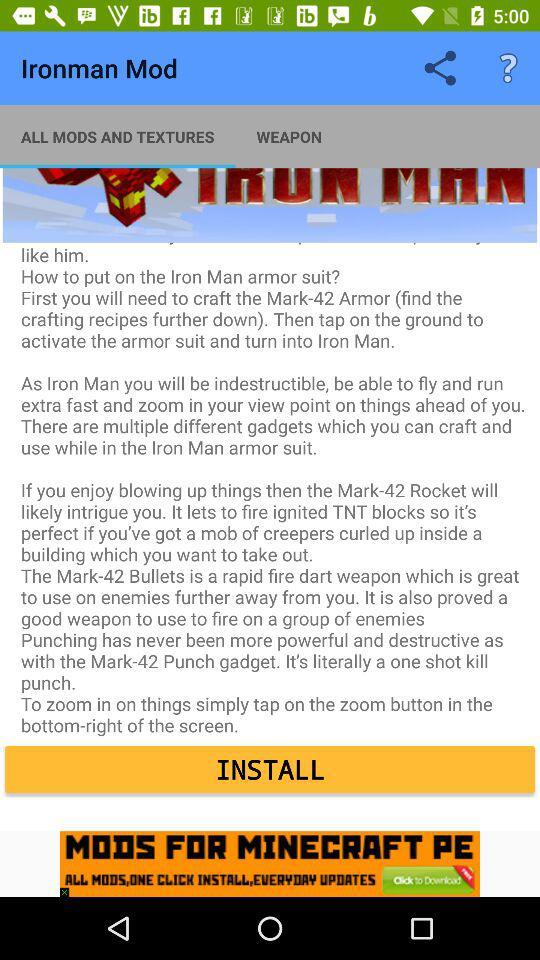 The height and width of the screenshot is (960, 540). What do you see at coordinates (270, 768) in the screenshot?
I see `the item below the the iron man icon` at bounding box center [270, 768].